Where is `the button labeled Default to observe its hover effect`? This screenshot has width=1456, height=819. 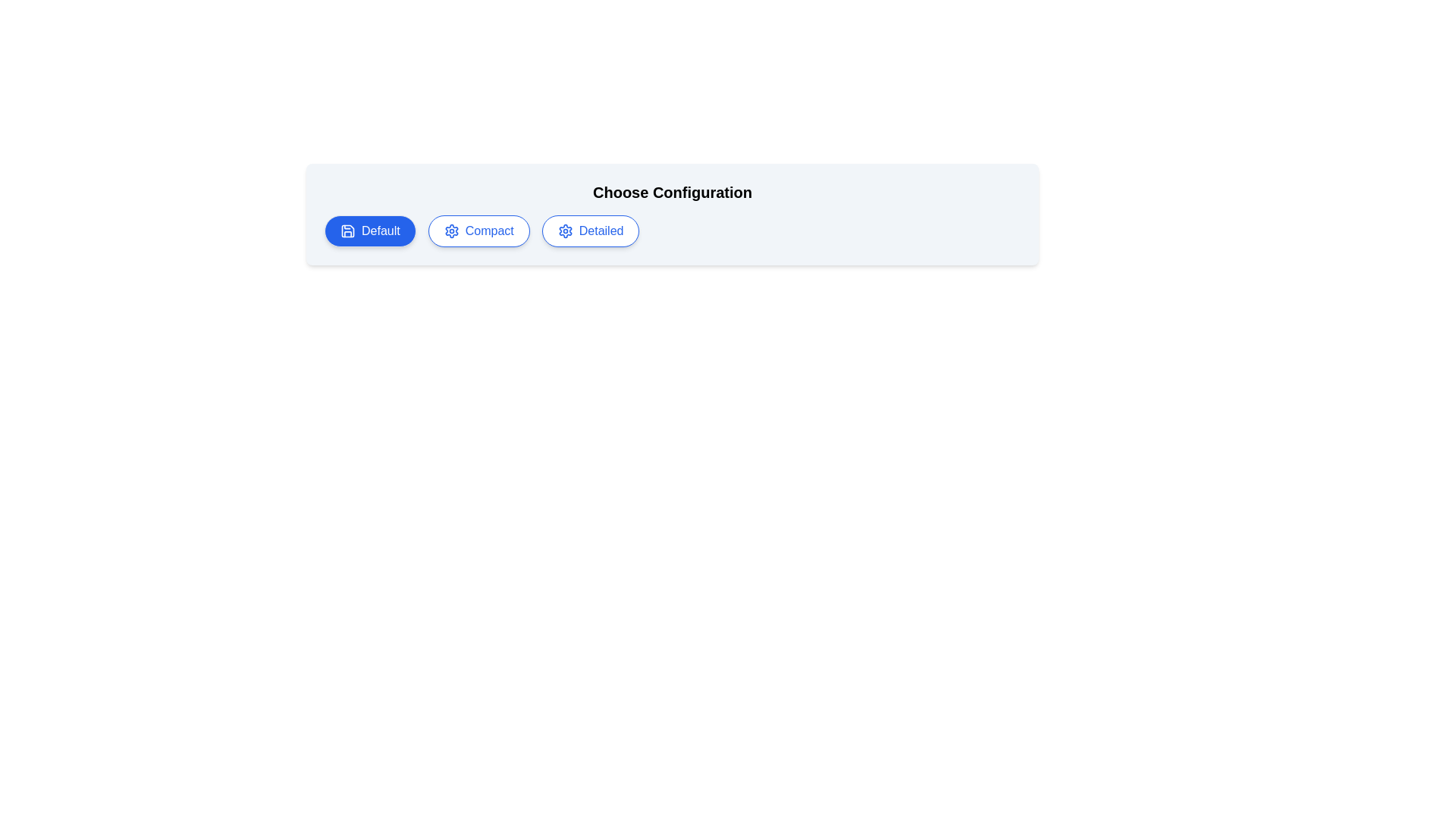 the button labeled Default to observe its hover effect is located at coordinates (370, 231).